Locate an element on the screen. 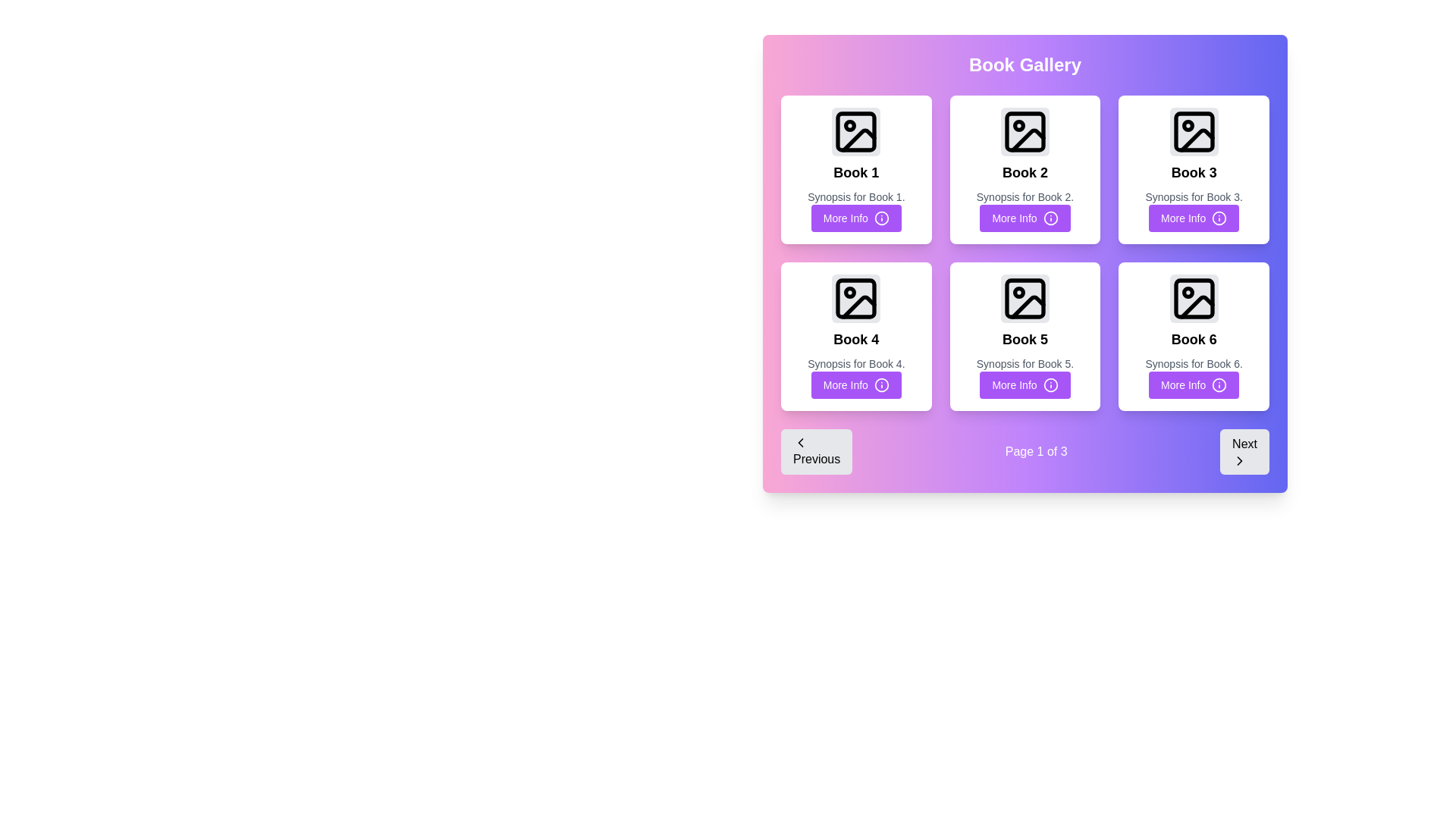  the small rectangular UI component with rounded corners located inside the image icon of the 'Book 4' card in the second row, first column of the grid is located at coordinates (856, 298).